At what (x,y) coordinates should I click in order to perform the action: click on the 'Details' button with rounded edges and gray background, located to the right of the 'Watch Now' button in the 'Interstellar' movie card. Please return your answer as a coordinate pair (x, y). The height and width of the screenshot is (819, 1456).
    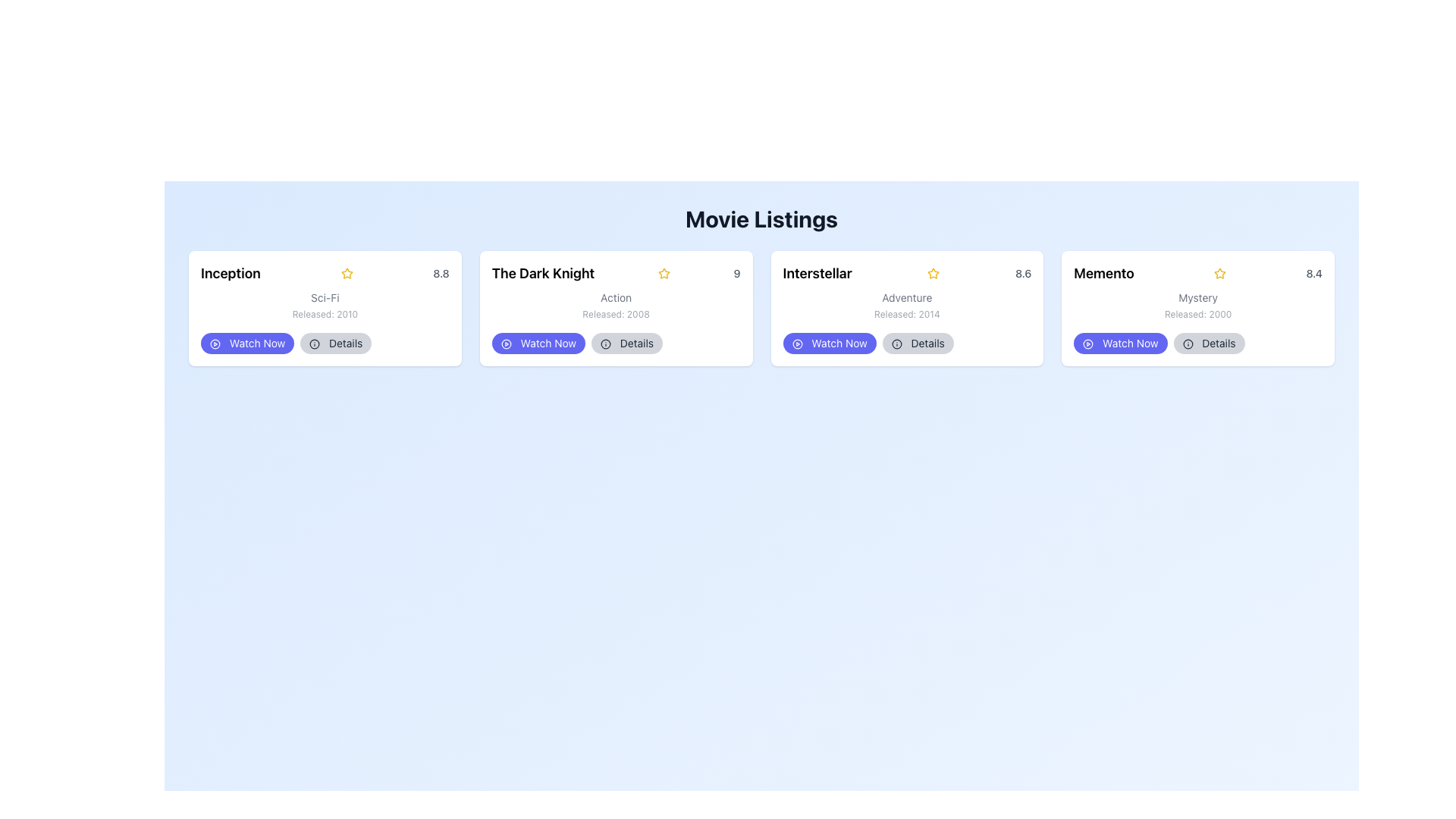
    Looking at the image, I should click on (907, 343).